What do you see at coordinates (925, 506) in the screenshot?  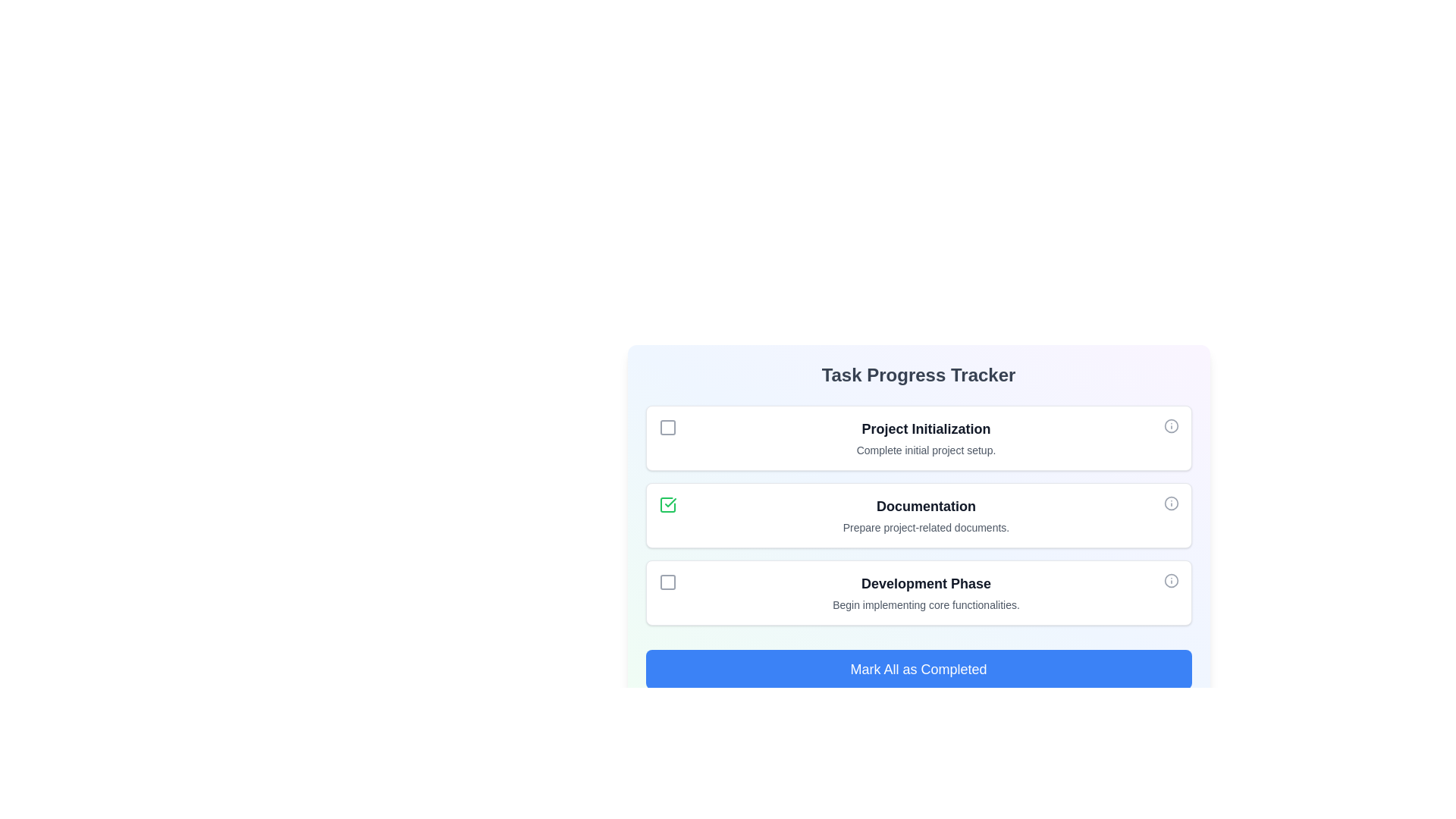 I see `the Text Label that serves as the title for the 'Documentation' section, located centrally above the description text 'Prepare project-related documents.'` at bounding box center [925, 506].